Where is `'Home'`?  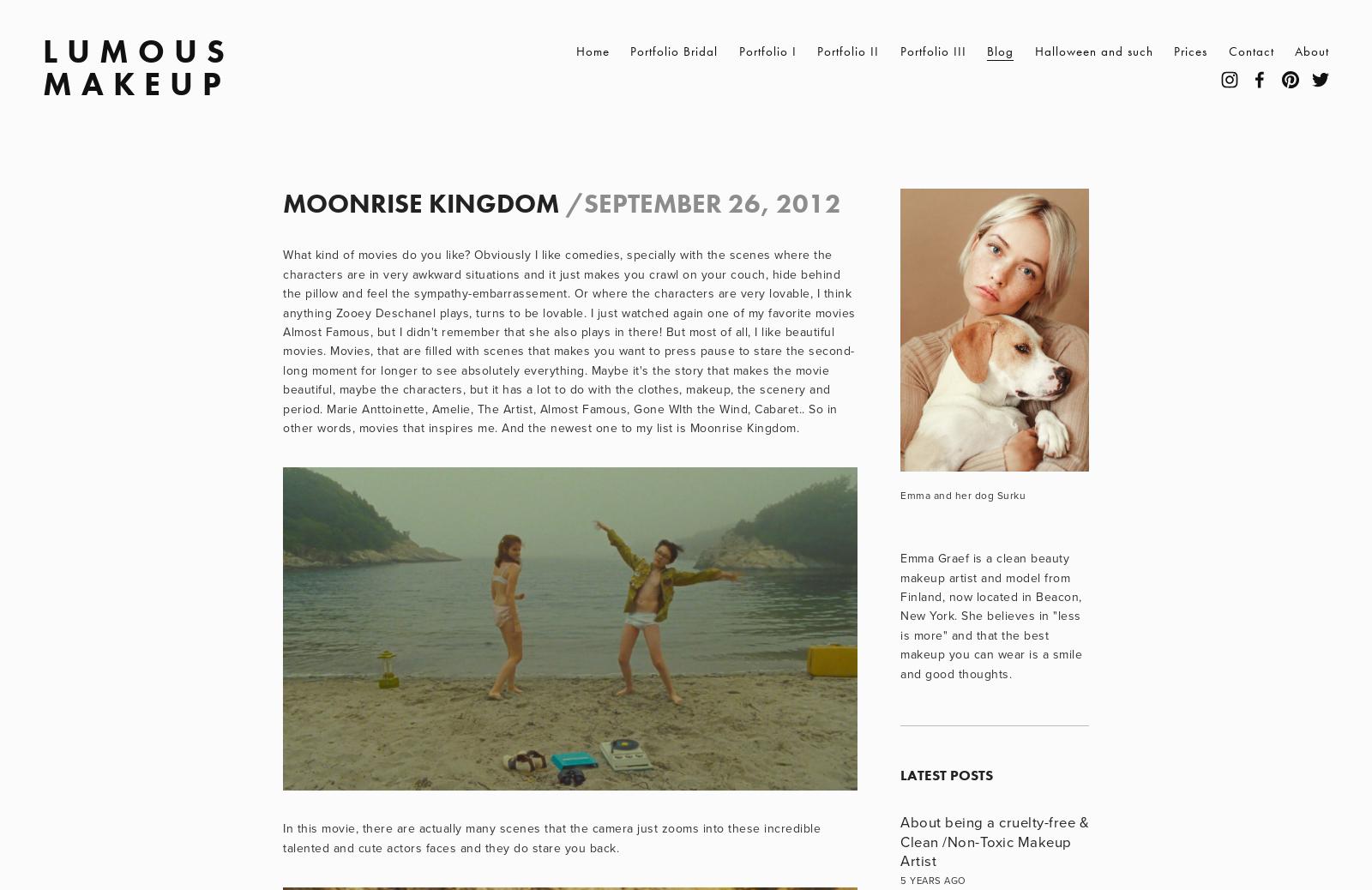
'Home' is located at coordinates (575, 50).